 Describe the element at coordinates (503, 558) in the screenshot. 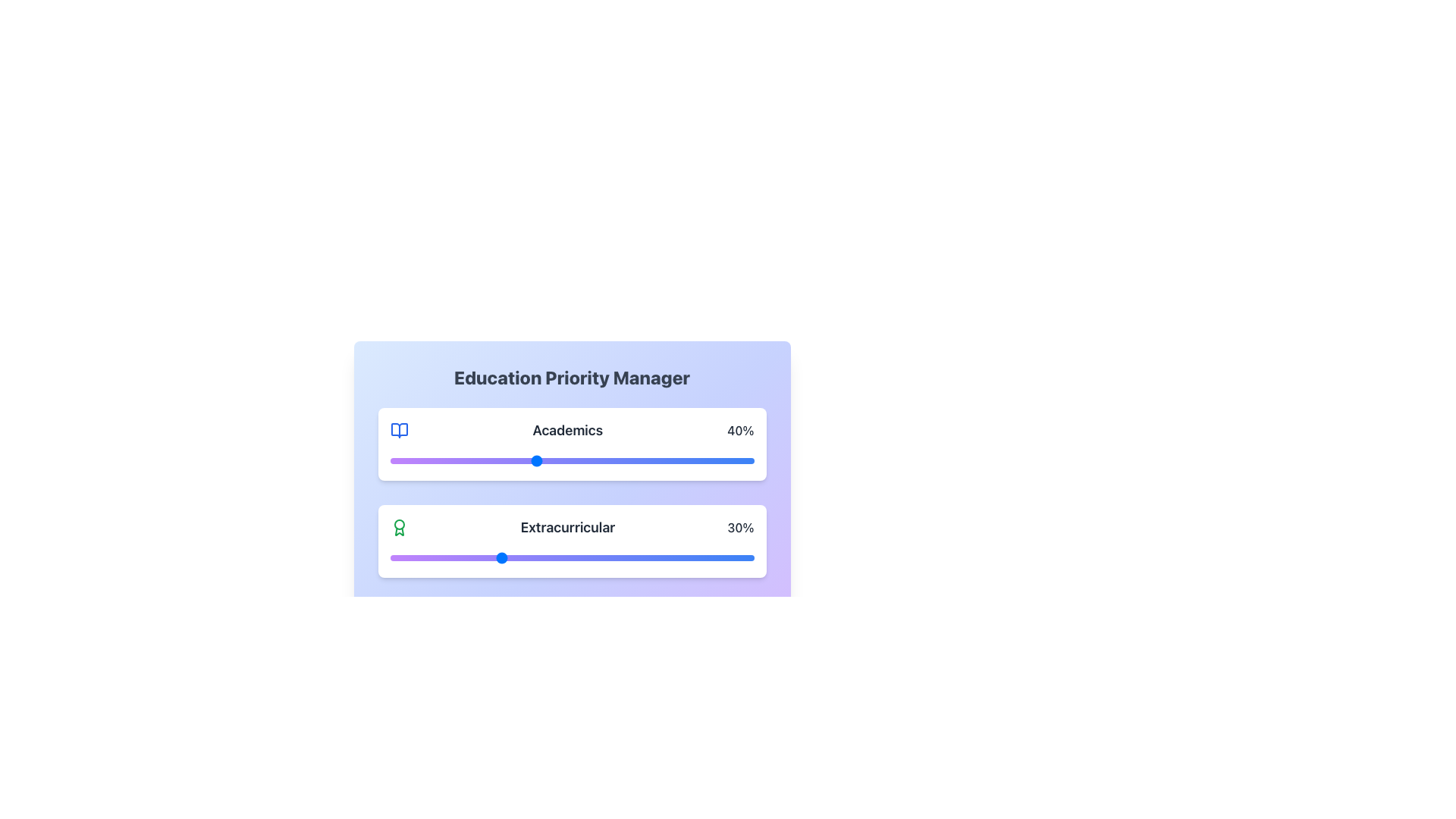

I see `the slider` at that location.